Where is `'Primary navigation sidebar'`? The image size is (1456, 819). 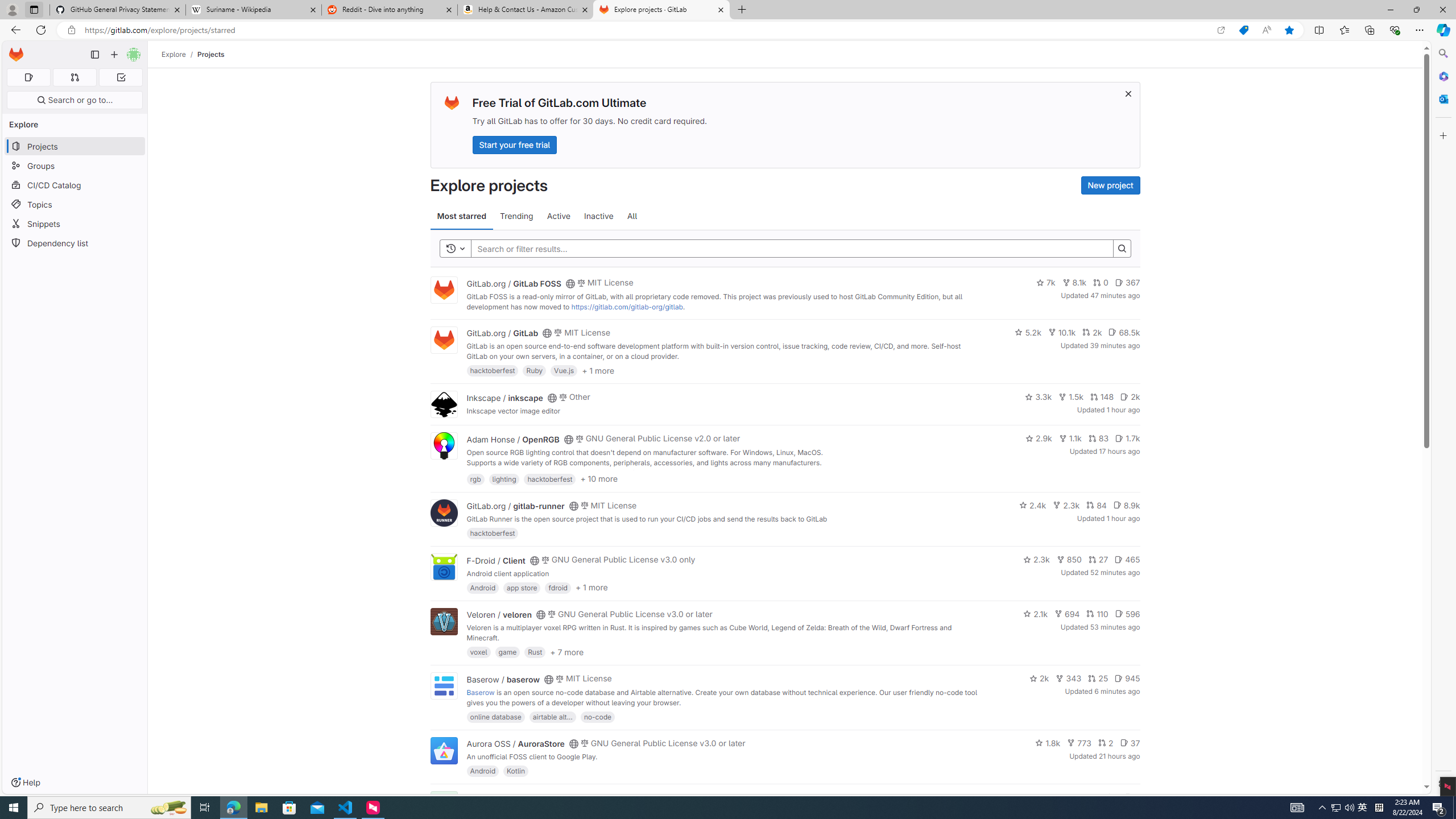 'Primary navigation sidebar' is located at coordinates (94, 54).